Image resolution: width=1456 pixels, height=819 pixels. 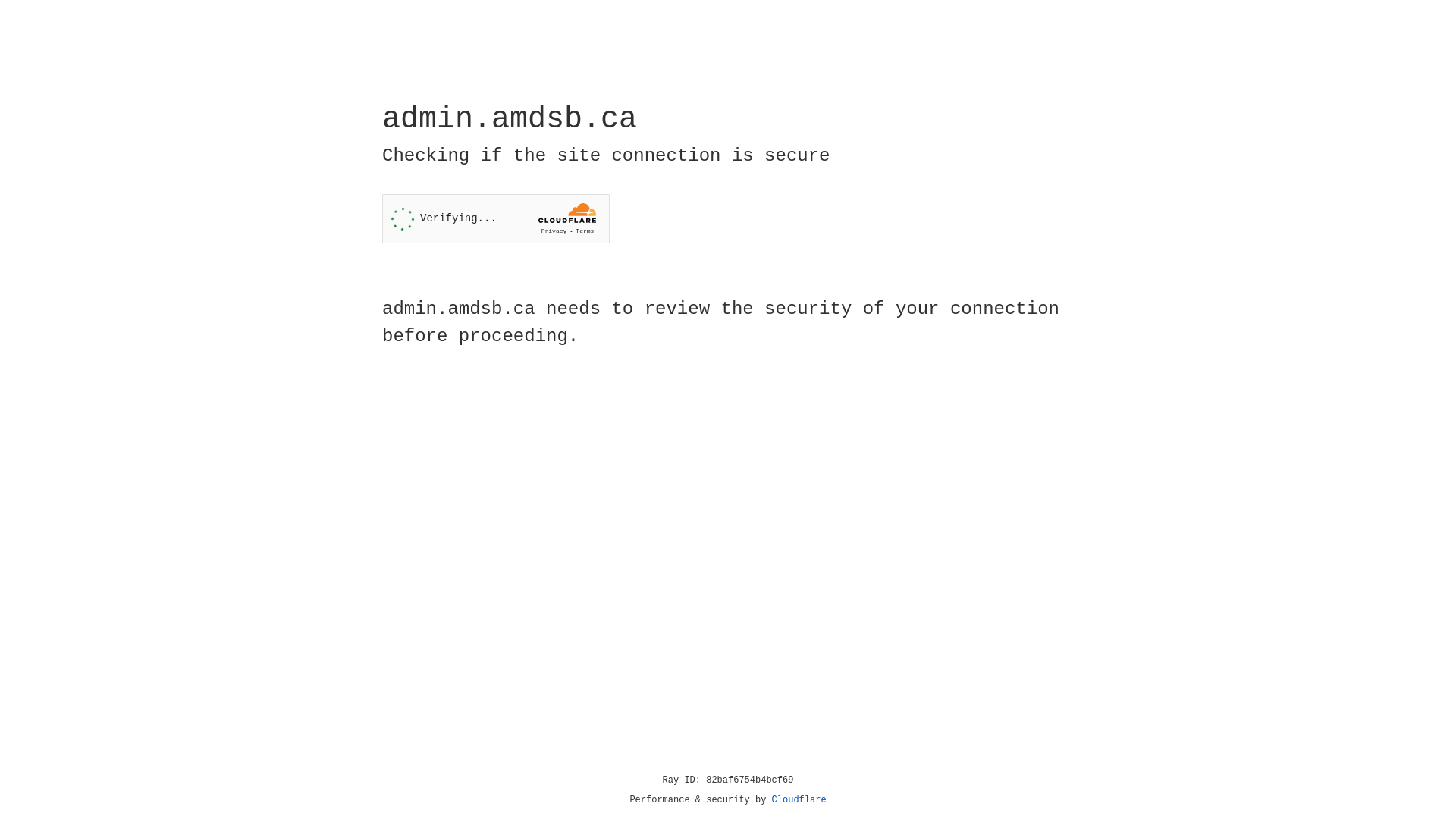 What do you see at coordinates (799, 799) in the screenshot?
I see `'Cloudflare'` at bounding box center [799, 799].